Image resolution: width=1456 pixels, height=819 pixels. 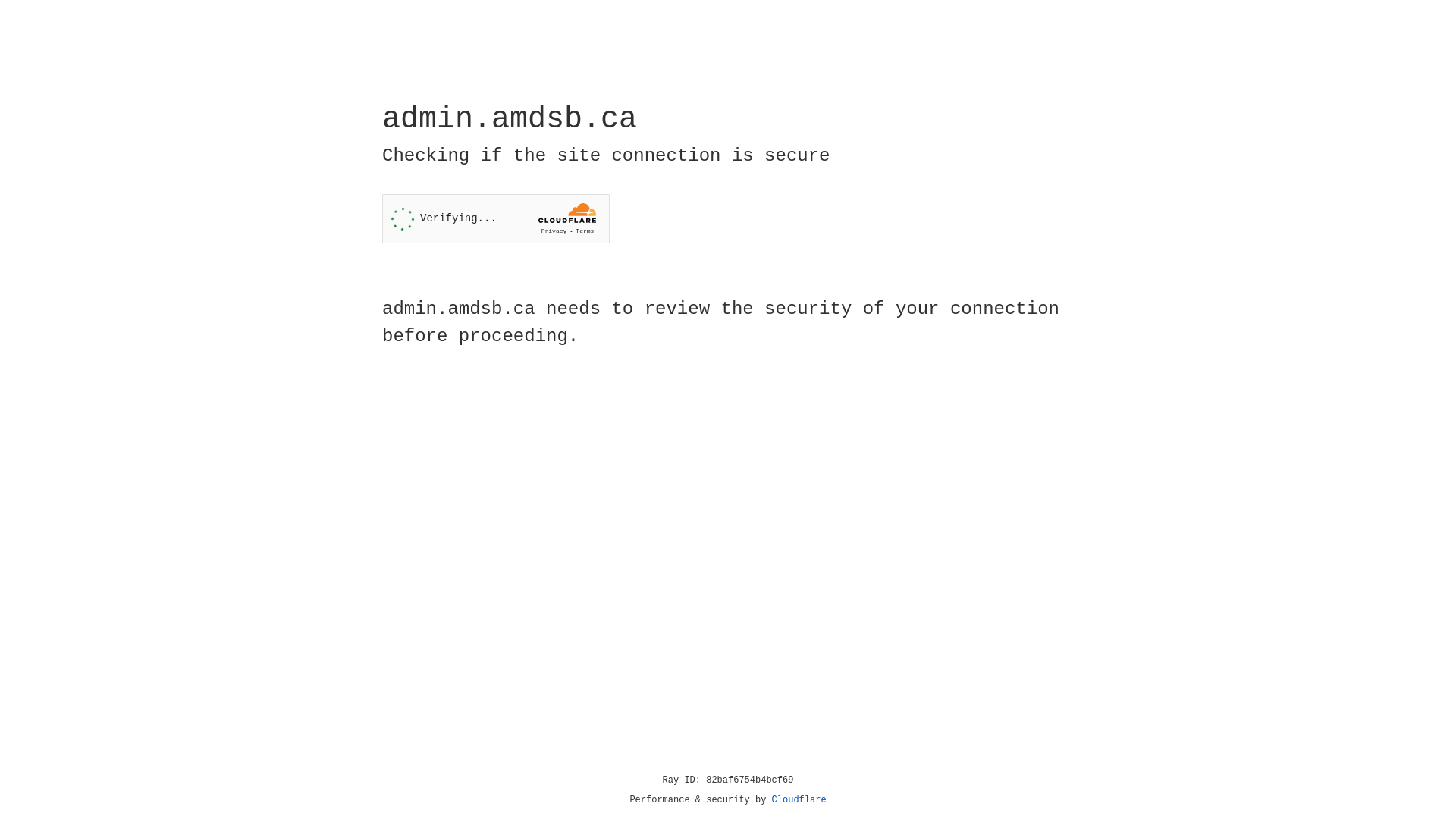 What do you see at coordinates (799, 799) in the screenshot?
I see `'Cloudflare'` at bounding box center [799, 799].